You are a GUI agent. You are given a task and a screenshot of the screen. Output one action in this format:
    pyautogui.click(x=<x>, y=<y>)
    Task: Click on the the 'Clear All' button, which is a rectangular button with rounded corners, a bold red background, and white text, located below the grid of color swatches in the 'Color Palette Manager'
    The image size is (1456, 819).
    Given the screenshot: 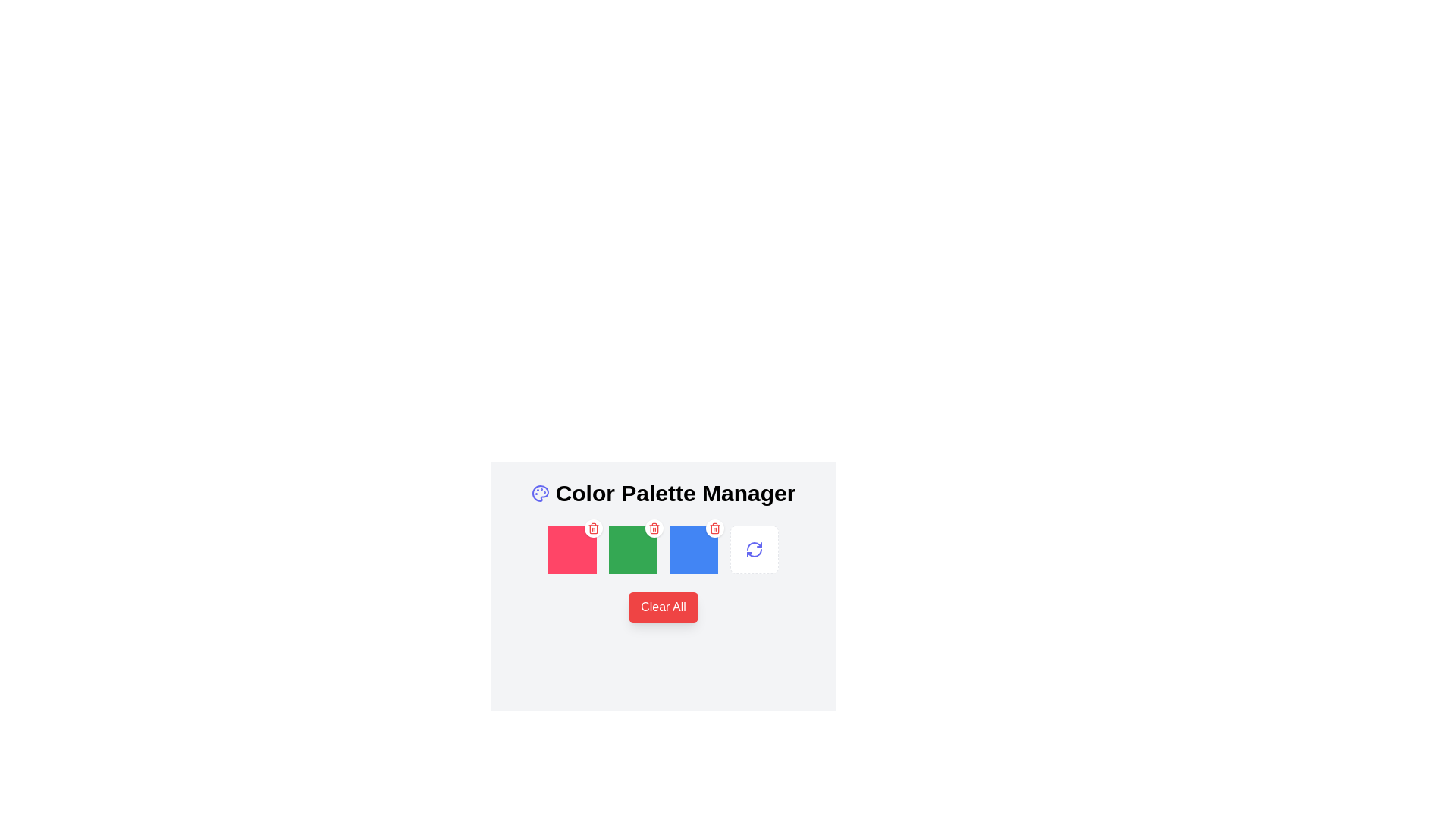 What is the action you would take?
    pyautogui.click(x=663, y=607)
    